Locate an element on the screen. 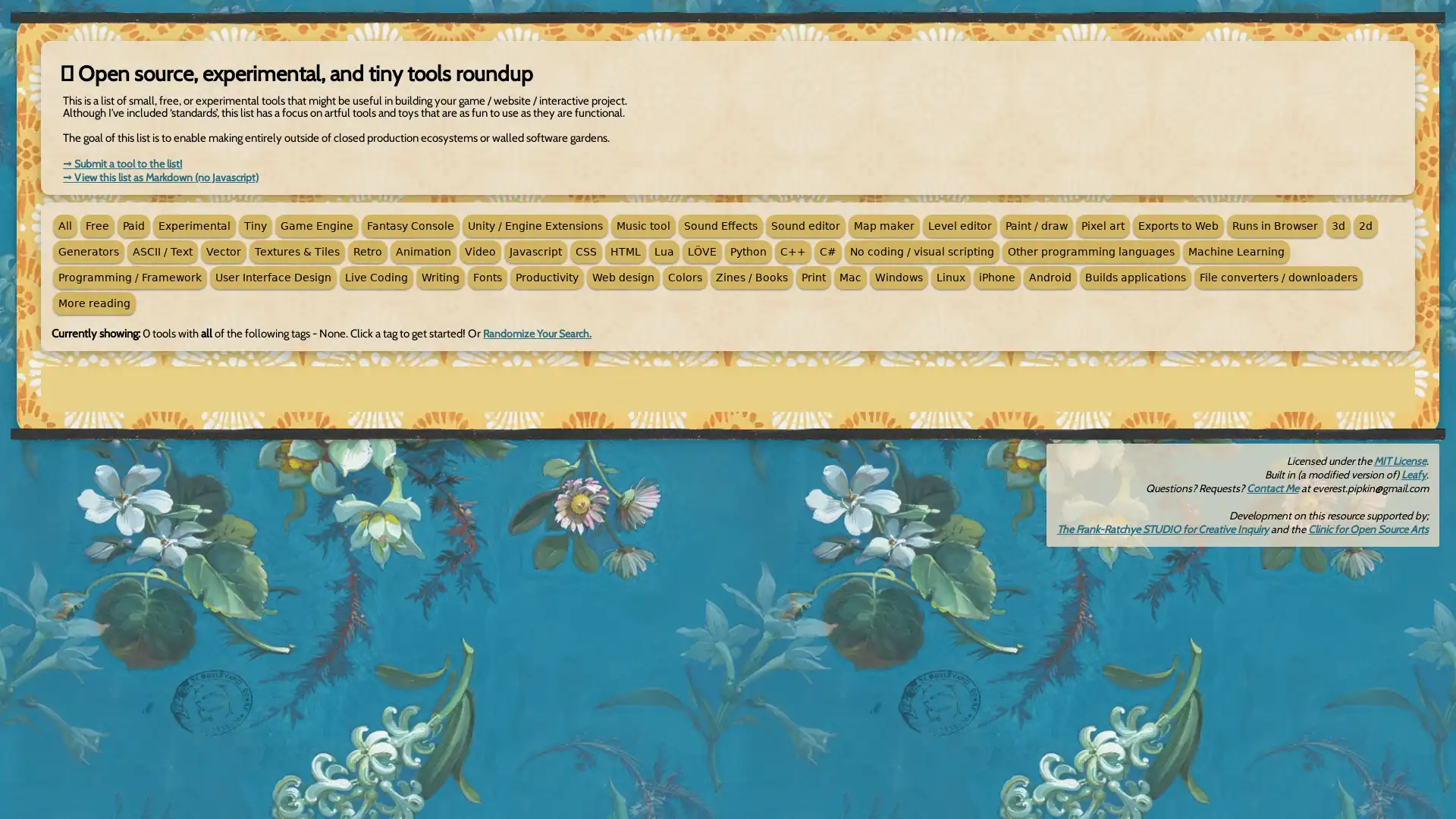 The image size is (1456, 819). 3d is located at coordinates (1338, 225).